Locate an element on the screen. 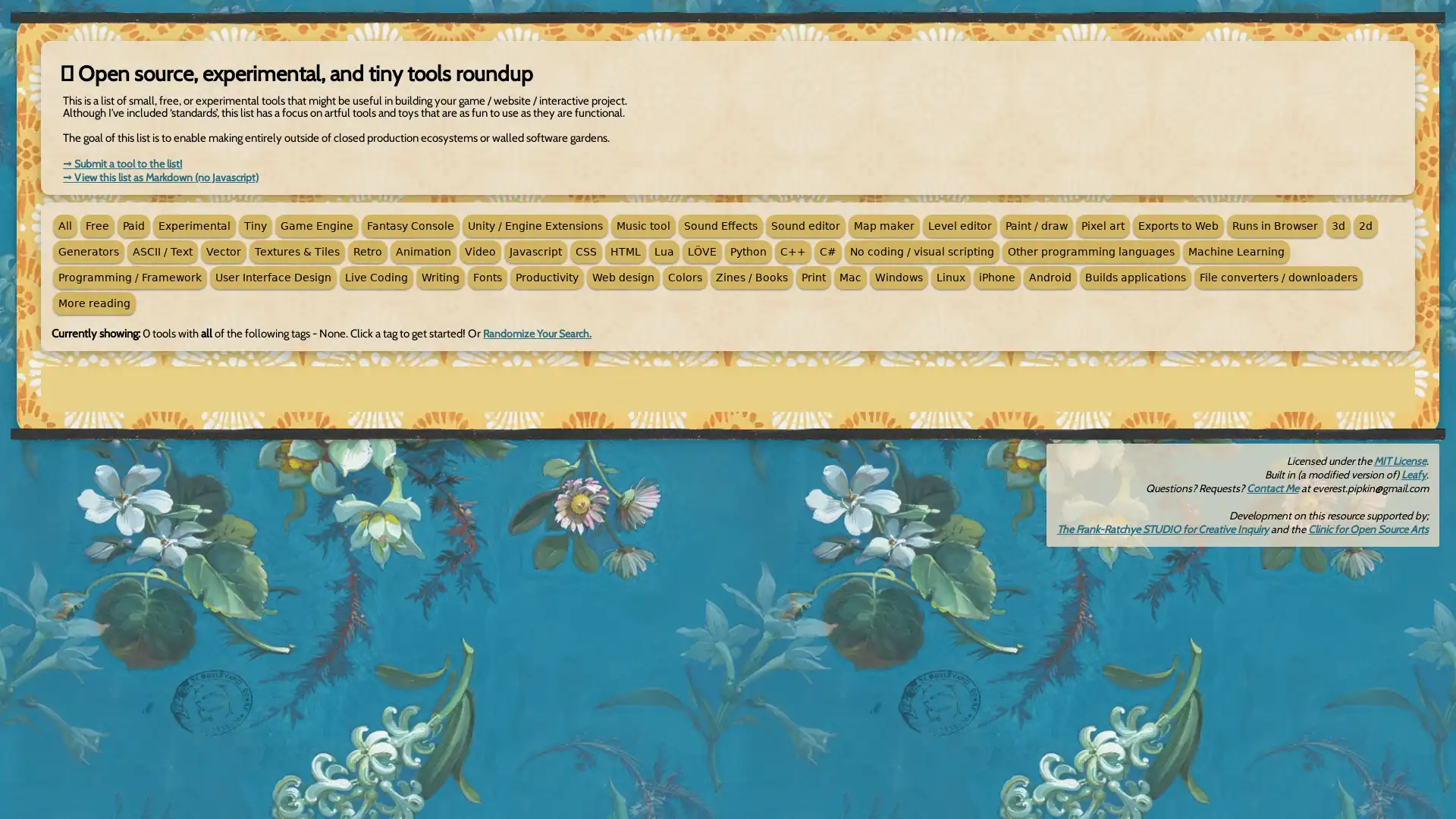 The image size is (1456, 819). 3d is located at coordinates (1338, 225).